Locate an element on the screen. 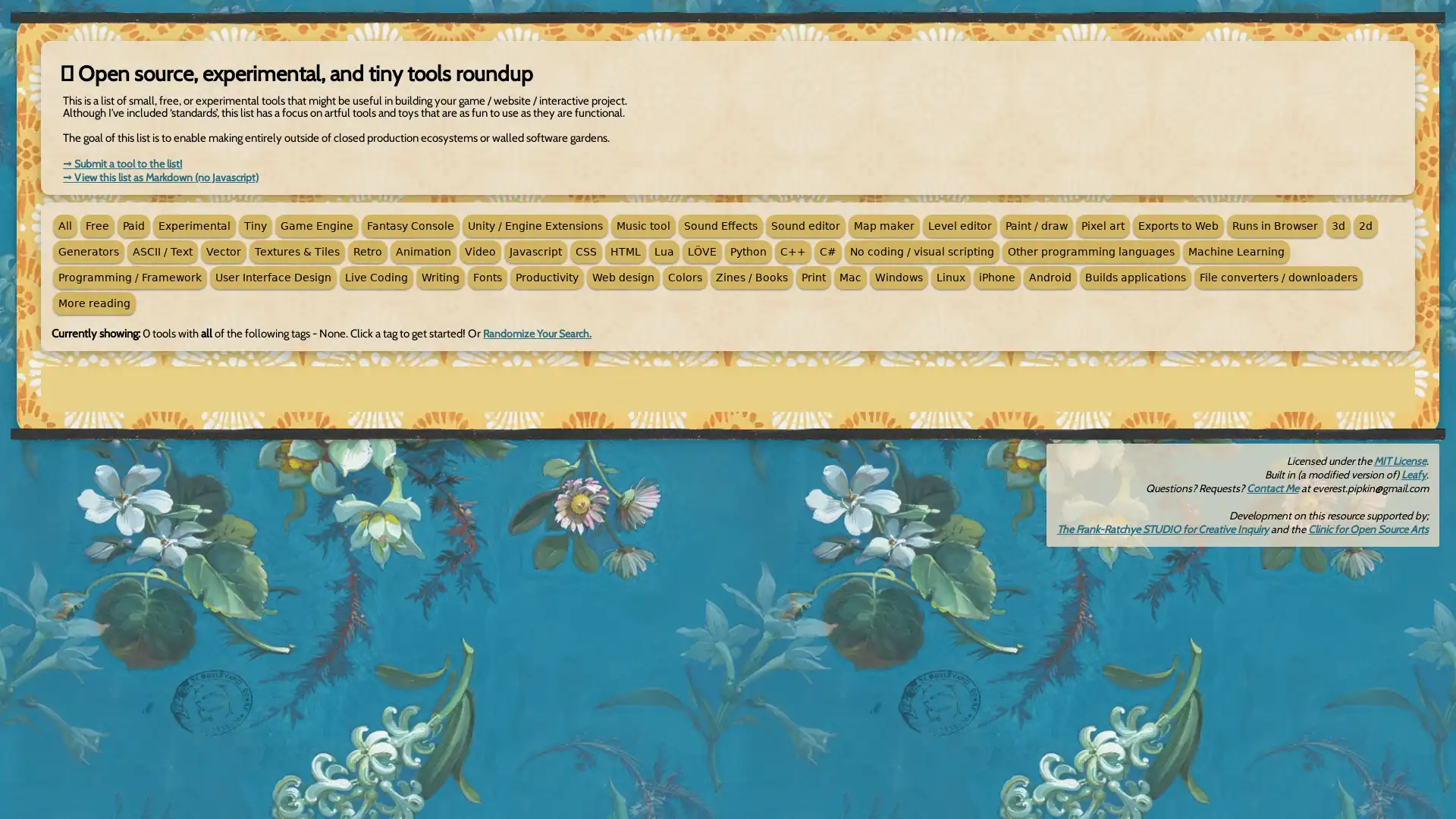 The image size is (1456, 819). 3d is located at coordinates (1338, 225).